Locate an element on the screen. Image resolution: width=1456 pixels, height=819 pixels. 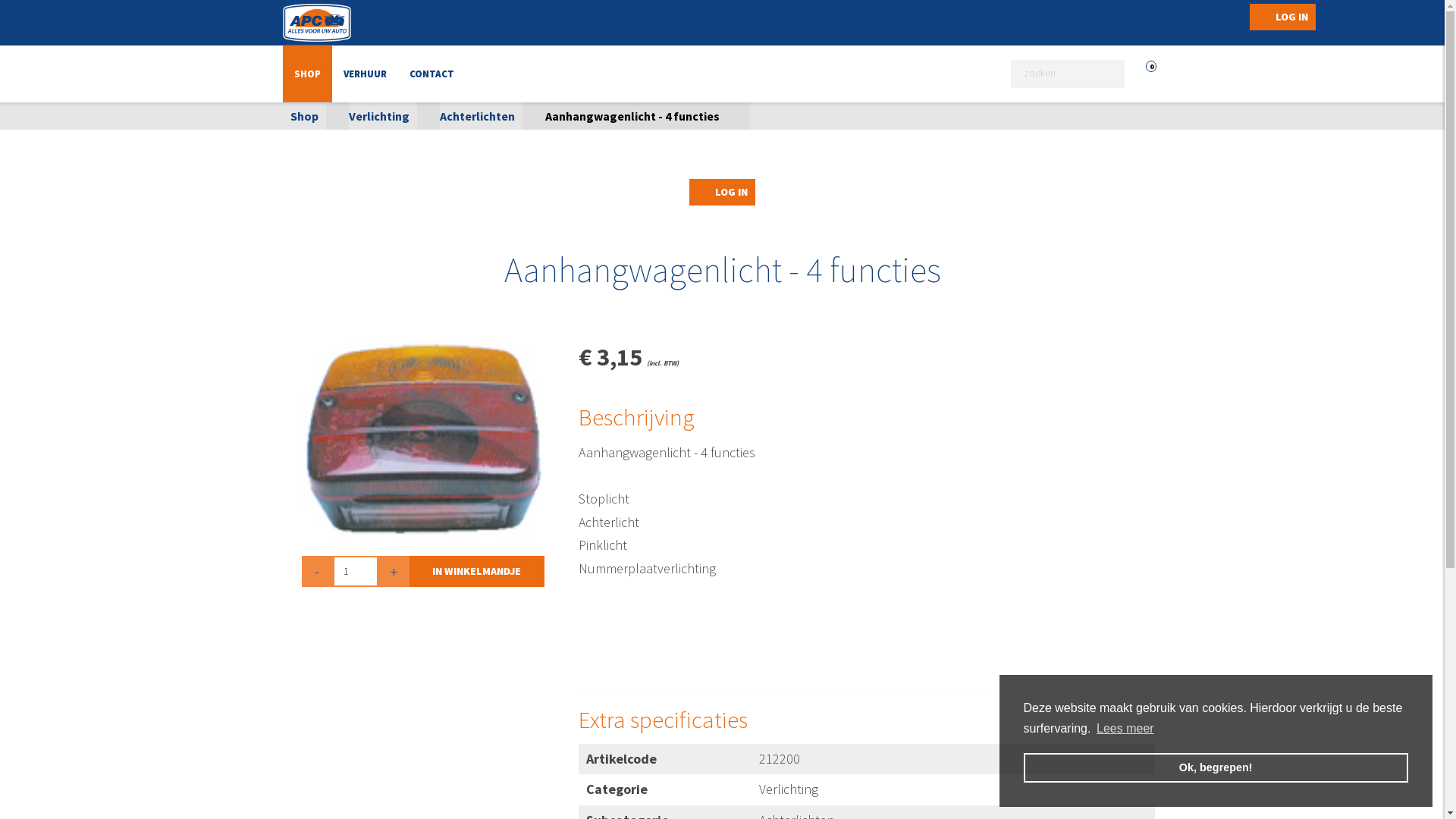
'LOG IN' is located at coordinates (1282, 17).